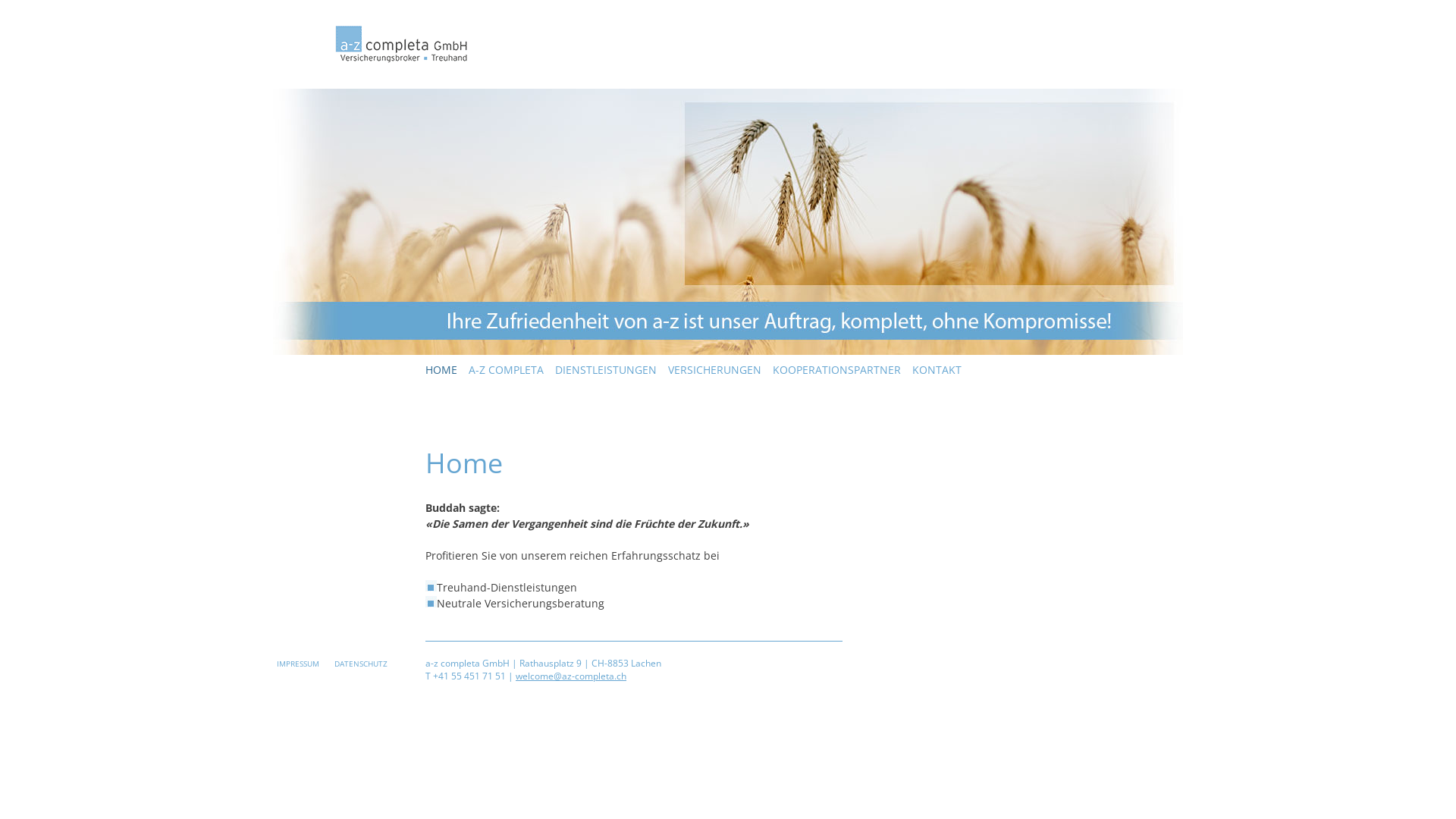 This screenshot has width=1456, height=819. I want to click on 'VERSICHERUNGEN', so click(667, 369).